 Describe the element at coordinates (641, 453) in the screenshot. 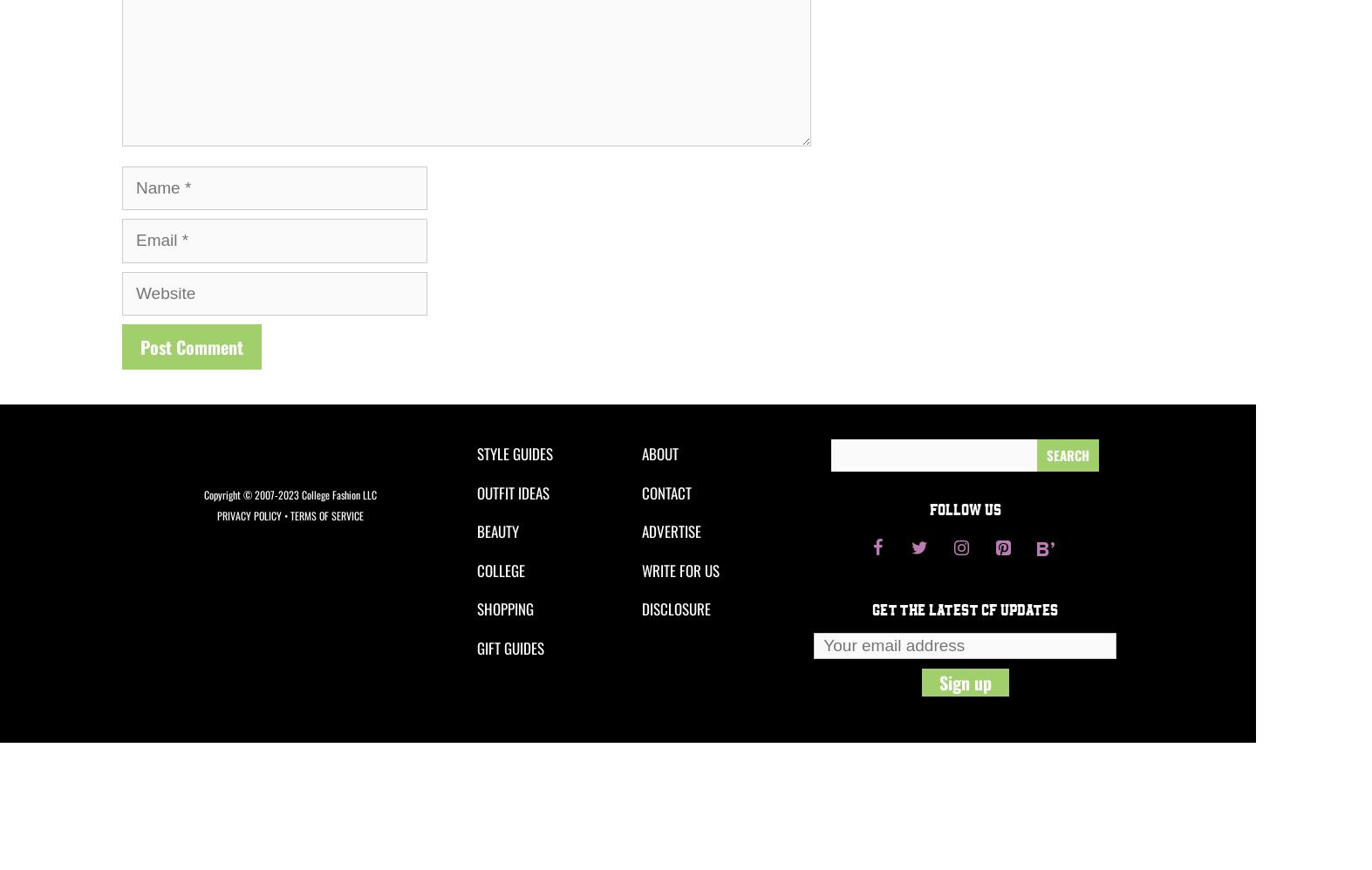

I see `'About'` at that location.